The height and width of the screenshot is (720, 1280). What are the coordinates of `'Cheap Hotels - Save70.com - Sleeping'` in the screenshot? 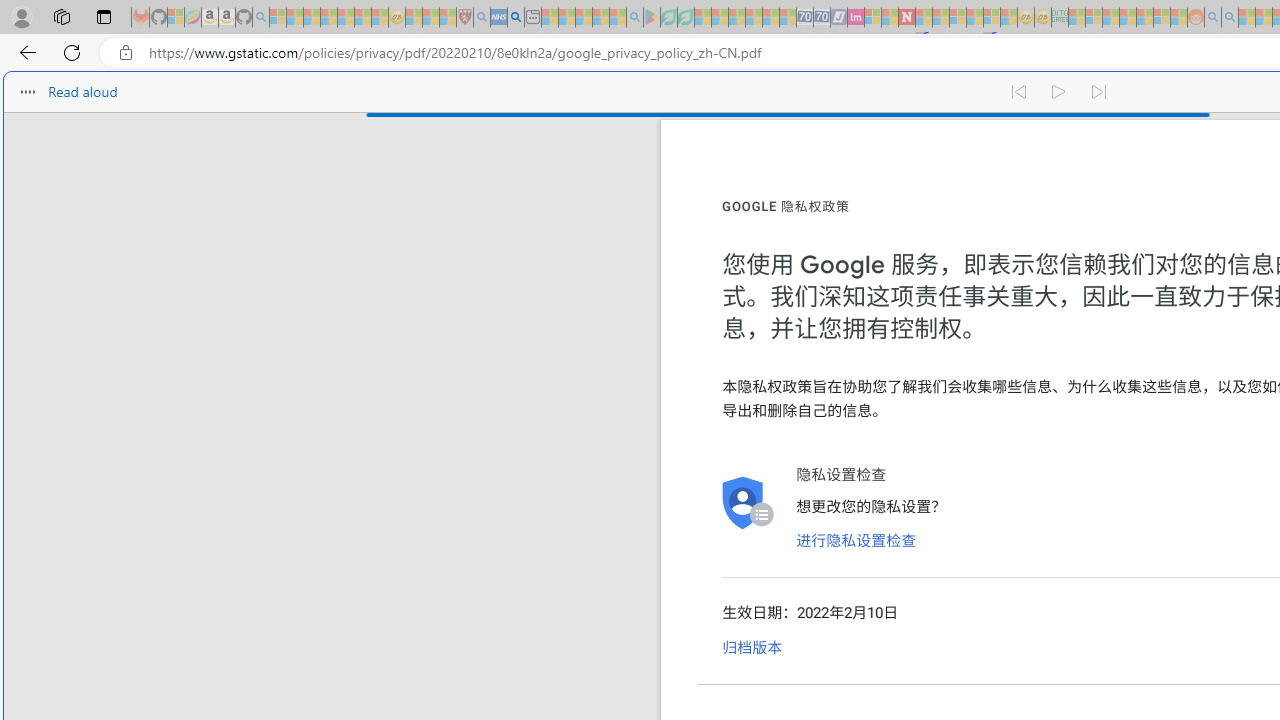 It's located at (821, 17).